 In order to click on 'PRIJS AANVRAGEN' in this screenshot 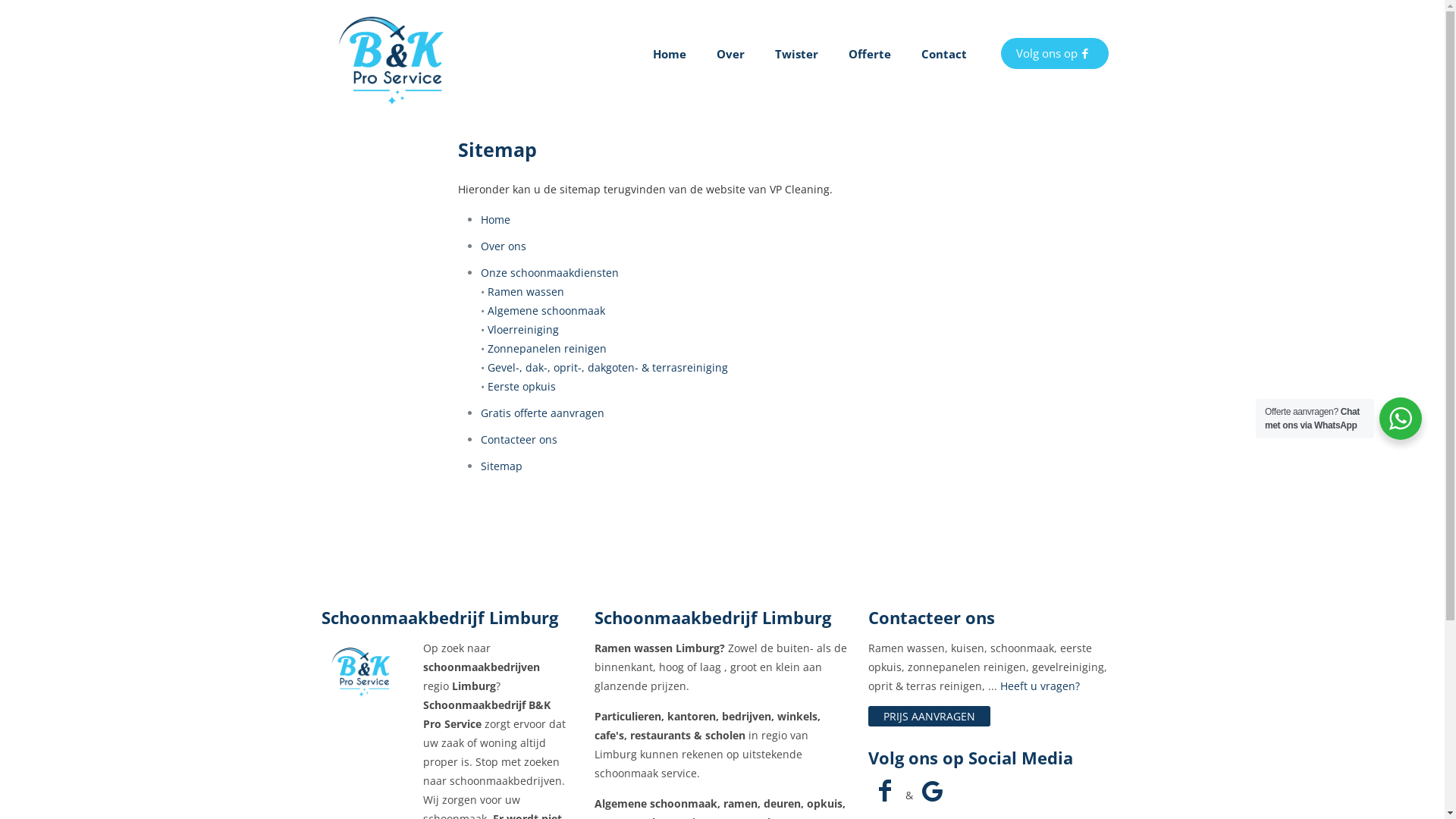, I will do `click(928, 716)`.